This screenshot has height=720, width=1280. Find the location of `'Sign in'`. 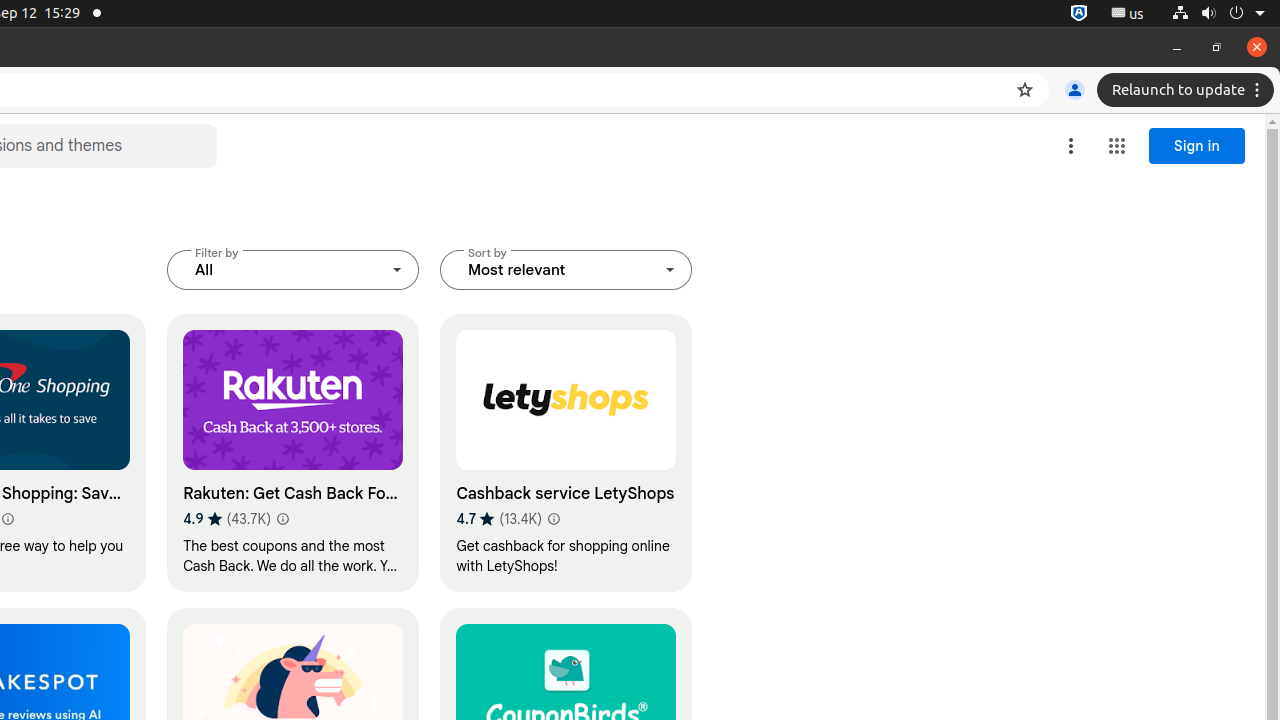

'Sign in' is located at coordinates (1197, 145).